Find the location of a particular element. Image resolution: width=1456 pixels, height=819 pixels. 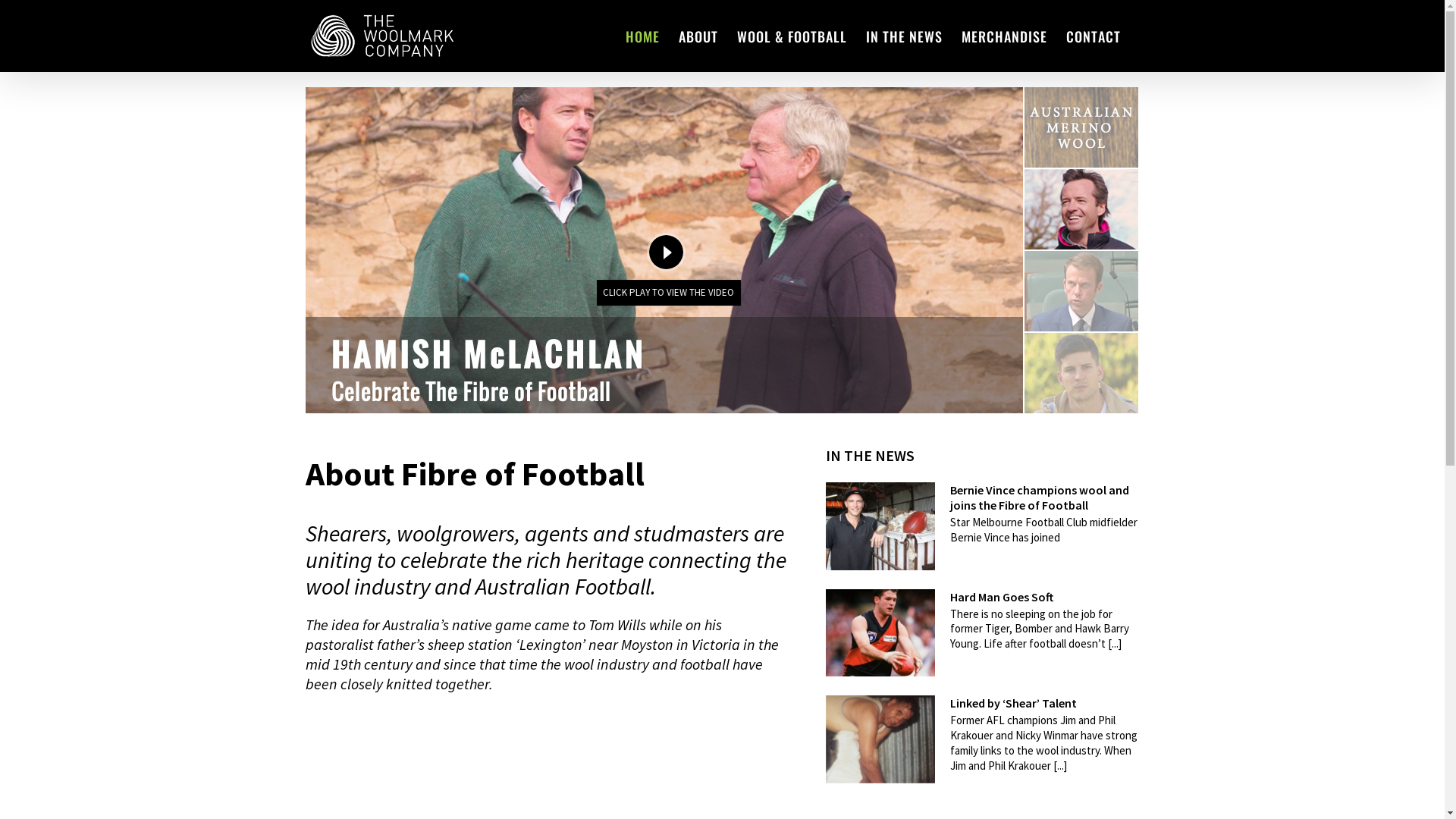

'HOME' is located at coordinates (642, 35).